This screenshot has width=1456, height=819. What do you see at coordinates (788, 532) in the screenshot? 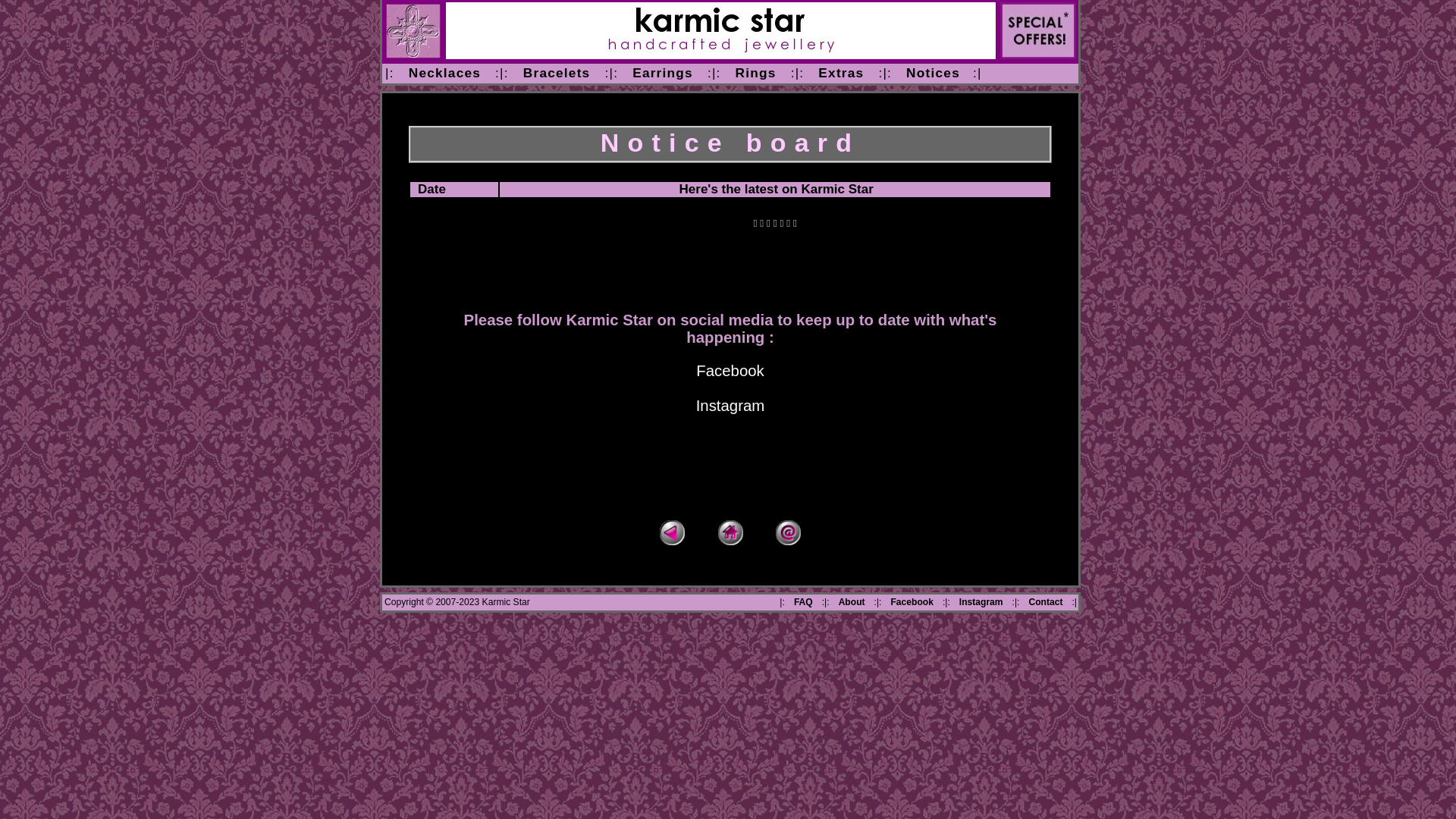
I see `'Email enquiry'` at bounding box center [788, 532].